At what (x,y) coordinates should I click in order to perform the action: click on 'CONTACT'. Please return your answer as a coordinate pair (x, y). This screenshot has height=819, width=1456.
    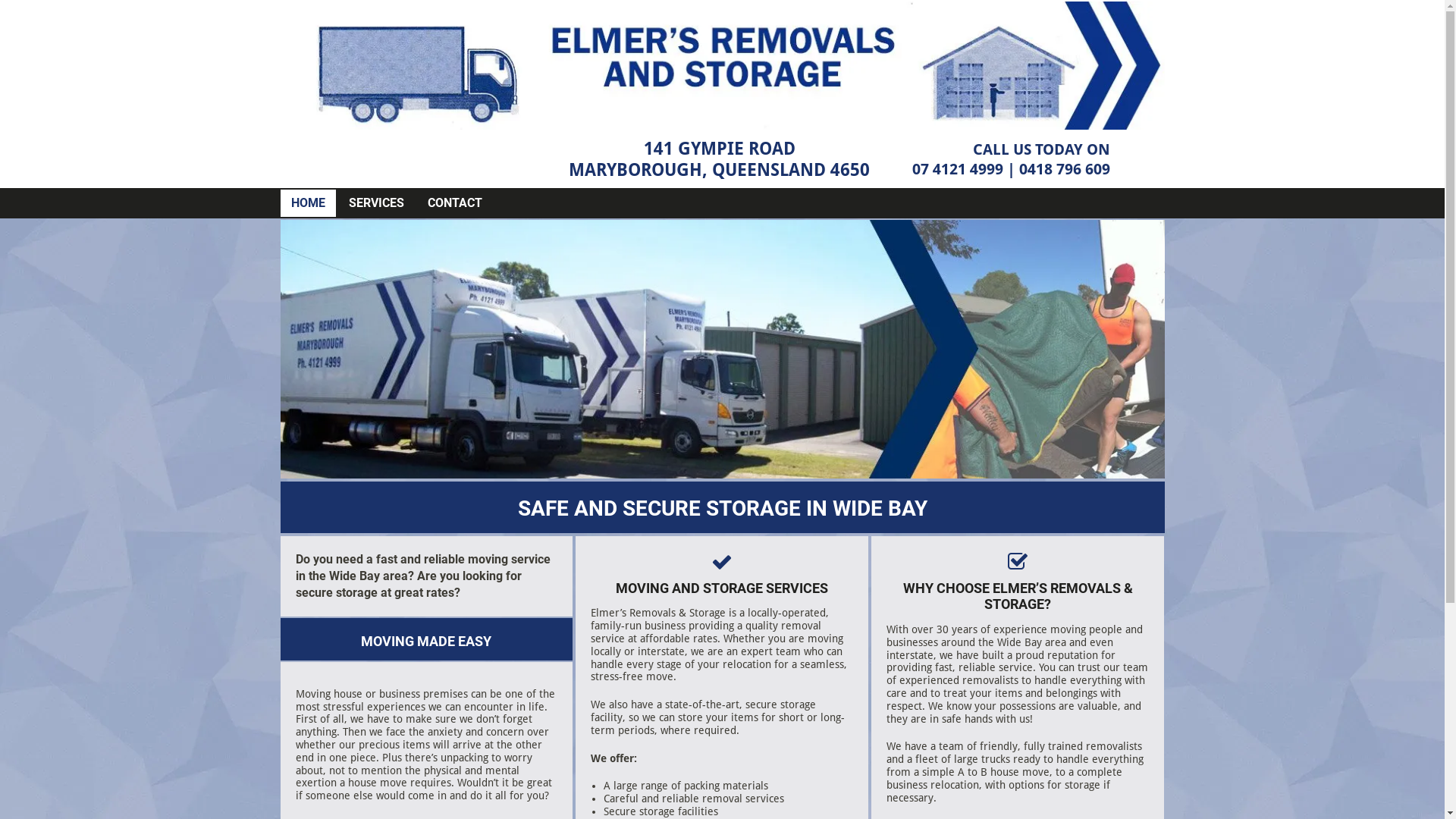
    Looking at the image, I should click on (454, 202).